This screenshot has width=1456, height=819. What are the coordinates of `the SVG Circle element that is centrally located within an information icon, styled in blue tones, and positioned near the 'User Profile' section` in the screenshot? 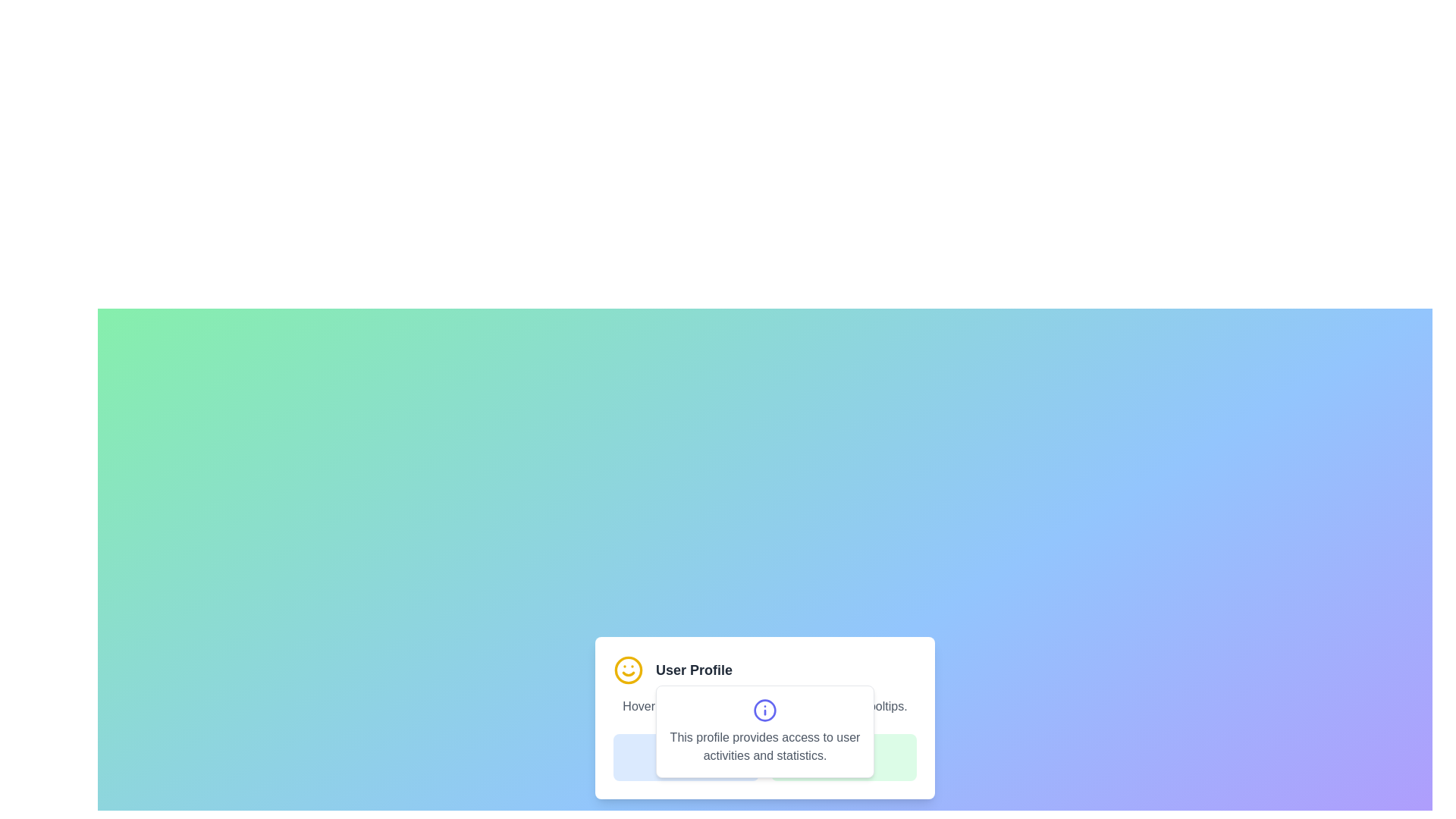 It's located at (764, 711).